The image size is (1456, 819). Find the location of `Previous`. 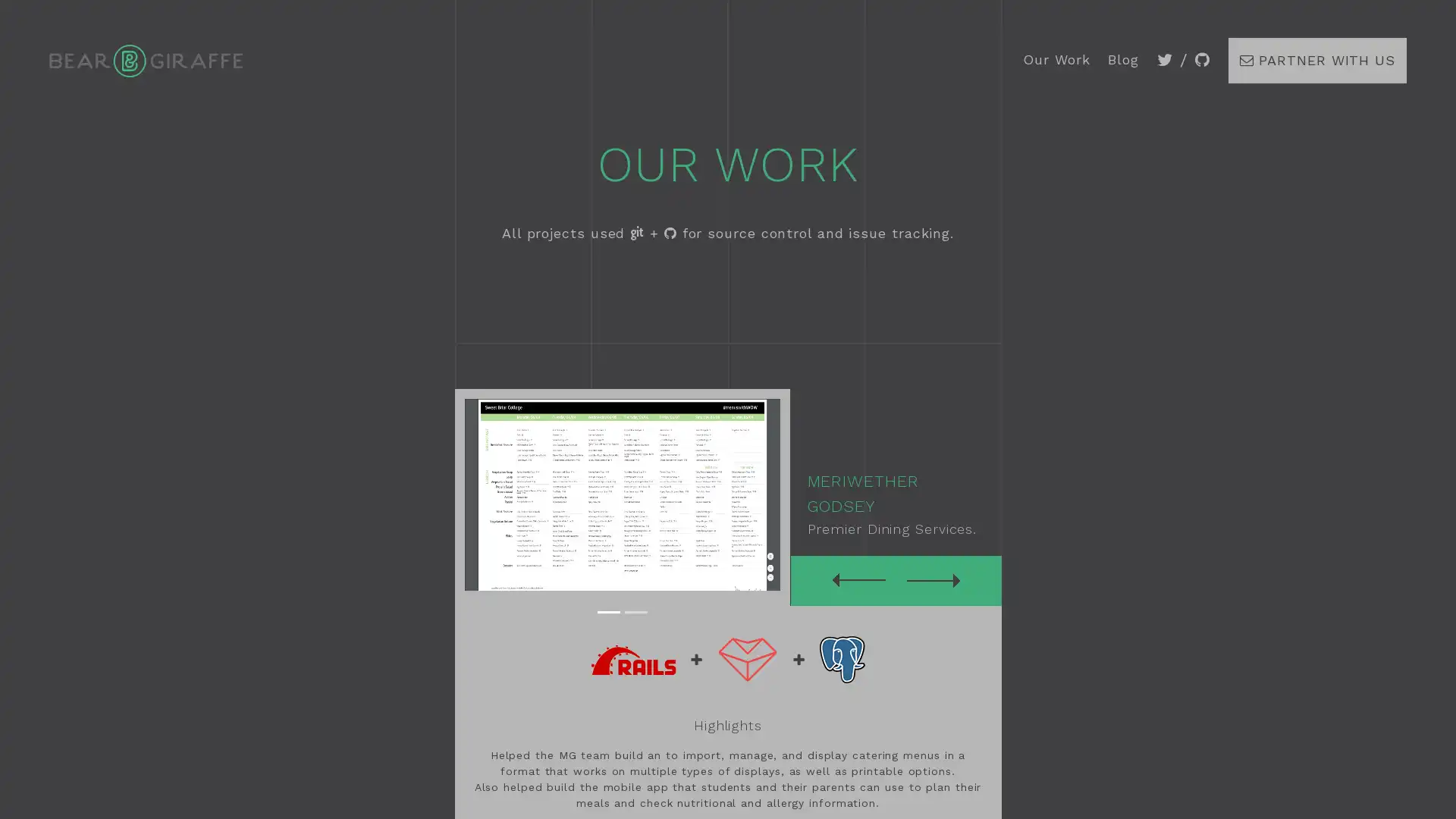

Previous is located at coordinates (842, 579).